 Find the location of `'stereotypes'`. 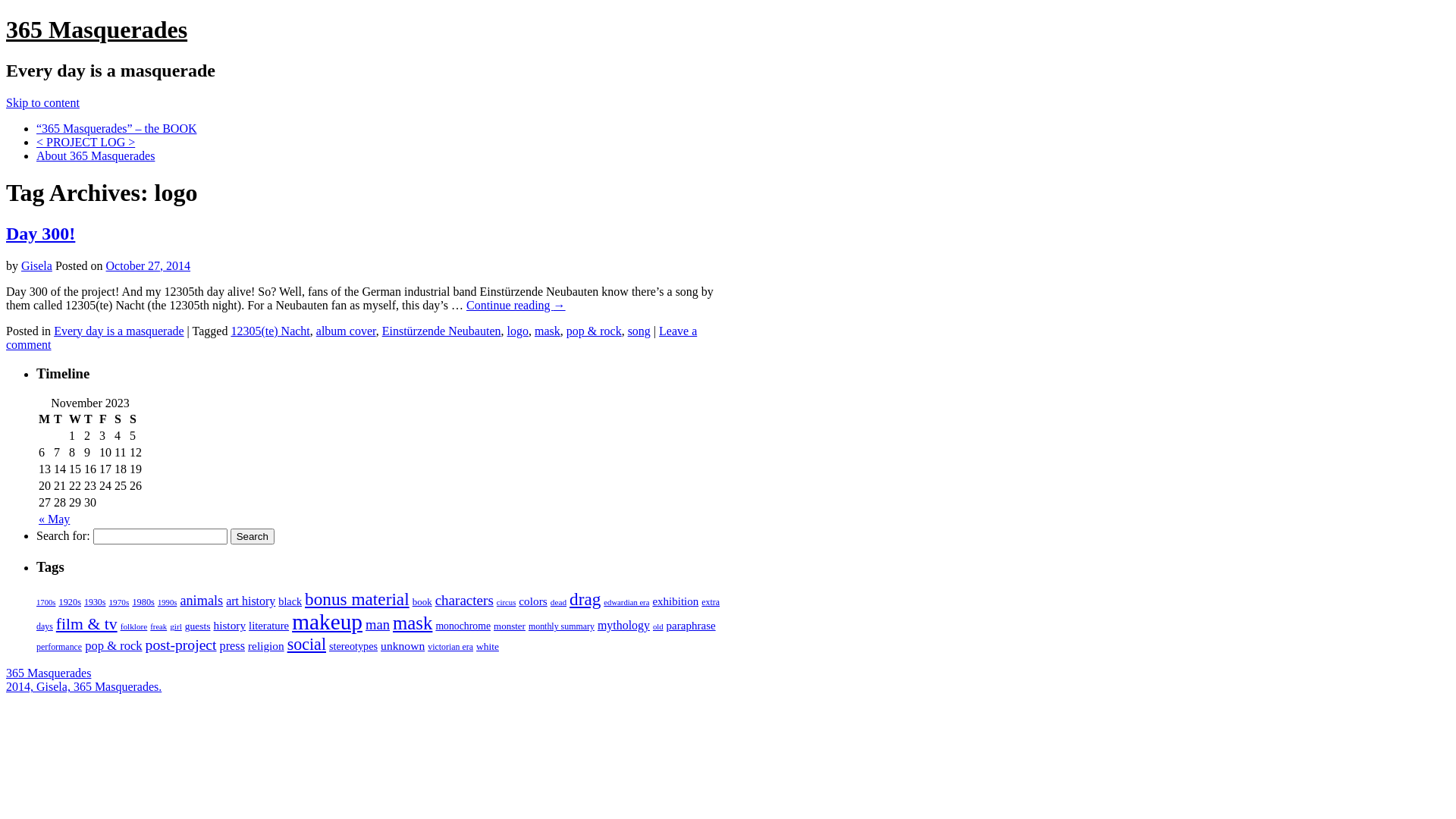

'stereotypes' is located at coordinates (352, 646).